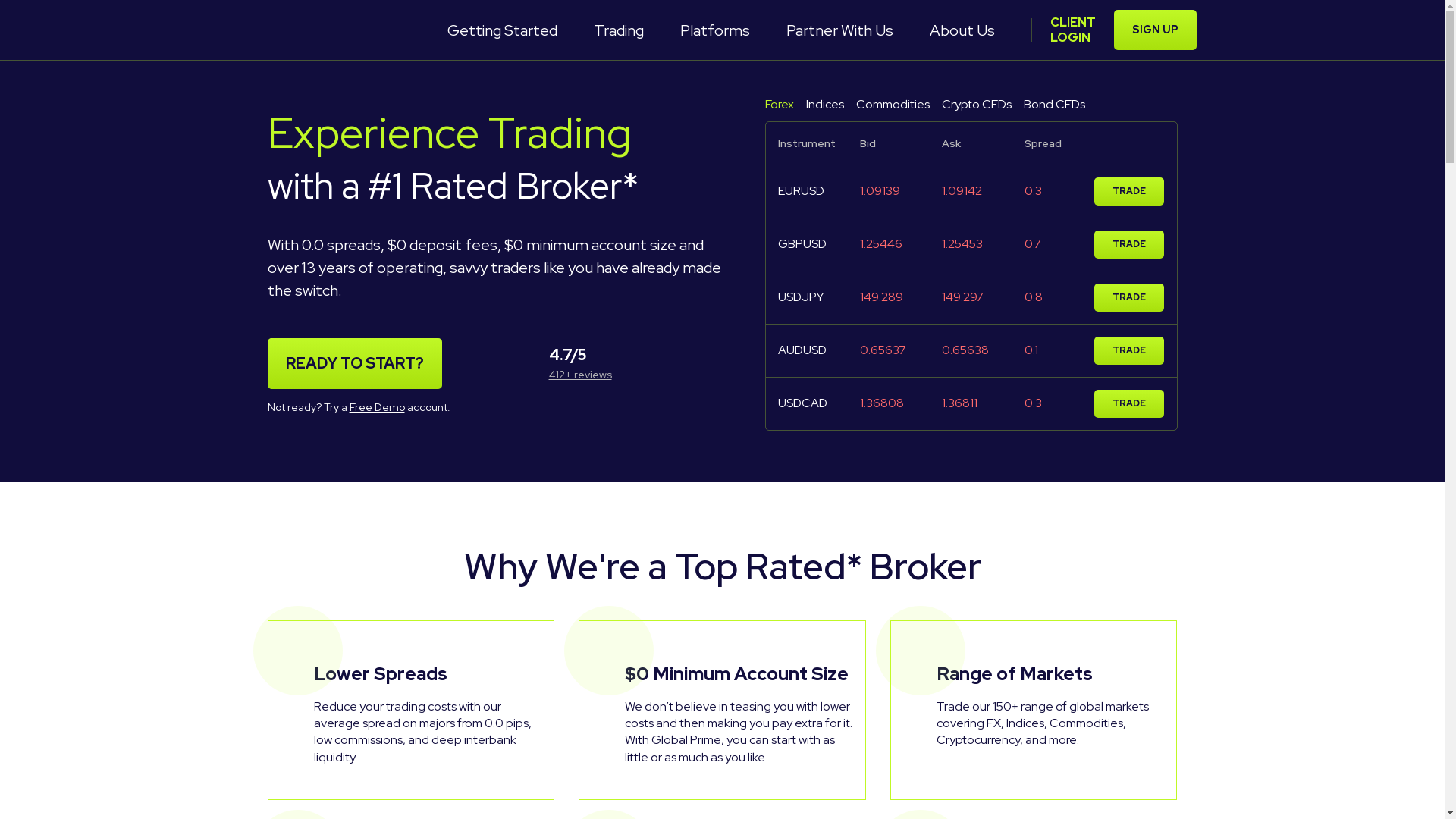 This screenshot has height=819, width=1456. Describe the element at coordinates (1048, 29) in the screenshot. I see `'CLIENT LOGIN'` at that location.